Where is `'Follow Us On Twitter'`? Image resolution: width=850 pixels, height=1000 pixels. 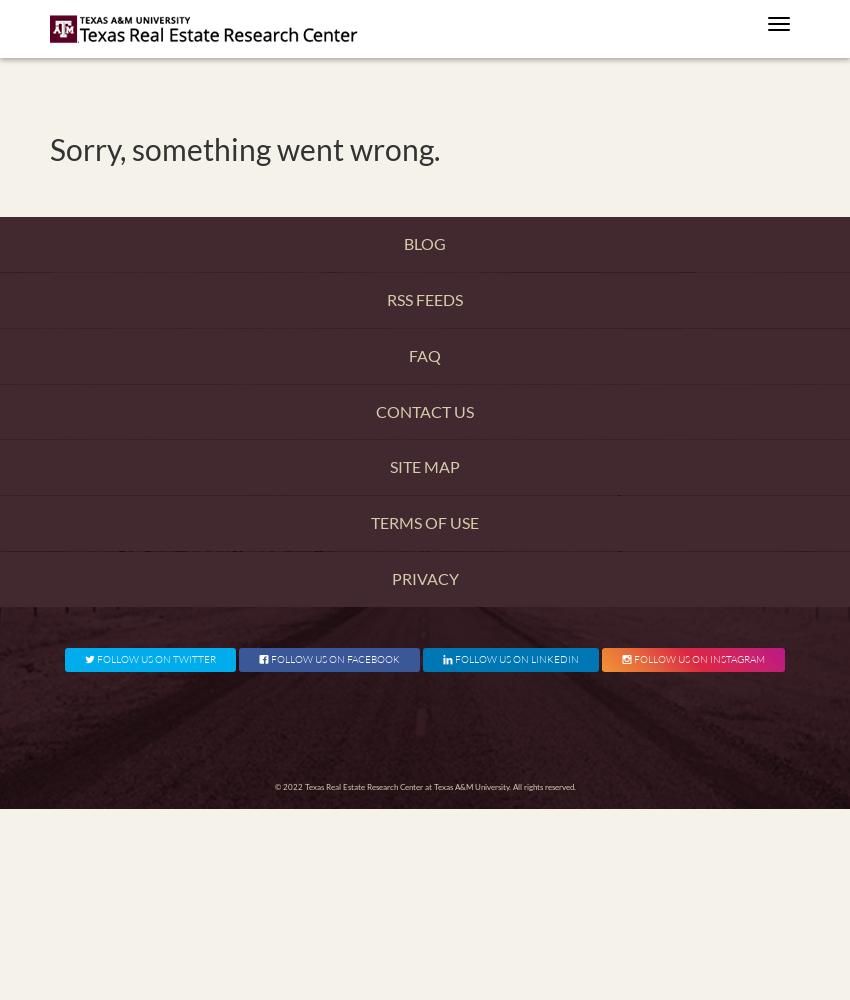 'Follow Us On Twitter' is located at coordinates (155, 658).